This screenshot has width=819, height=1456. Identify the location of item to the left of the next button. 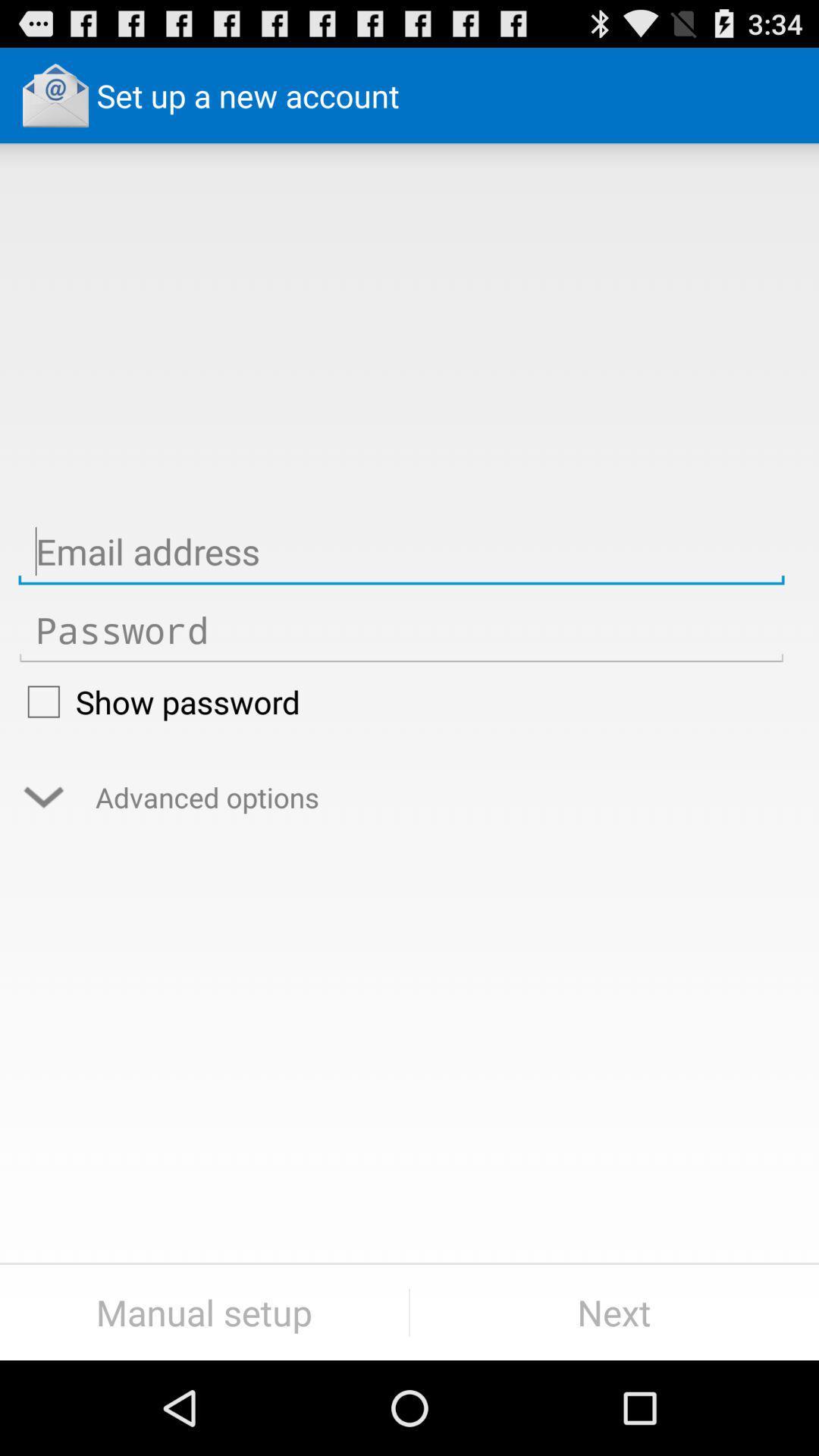
(203, 1312).